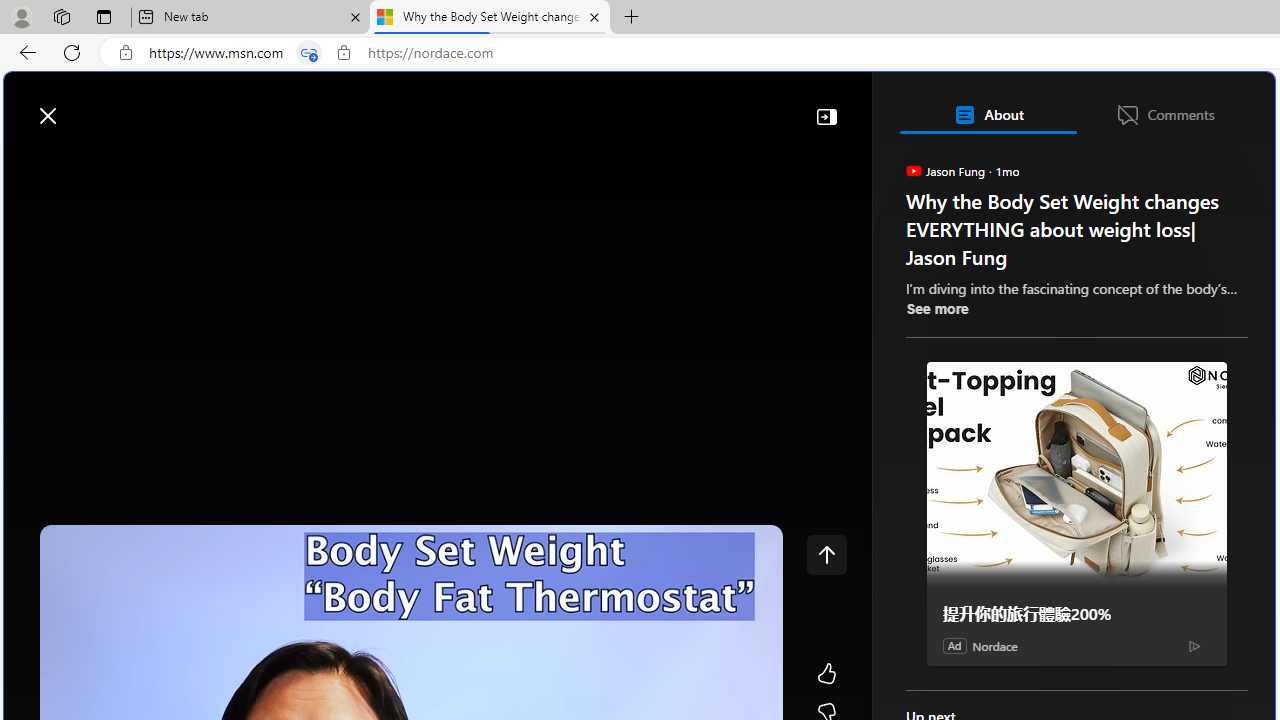 This screenshot has width=1280, height=720. Describe the element at coordinates (172, 162) in the screenshot. I see `'Following'` at that location.